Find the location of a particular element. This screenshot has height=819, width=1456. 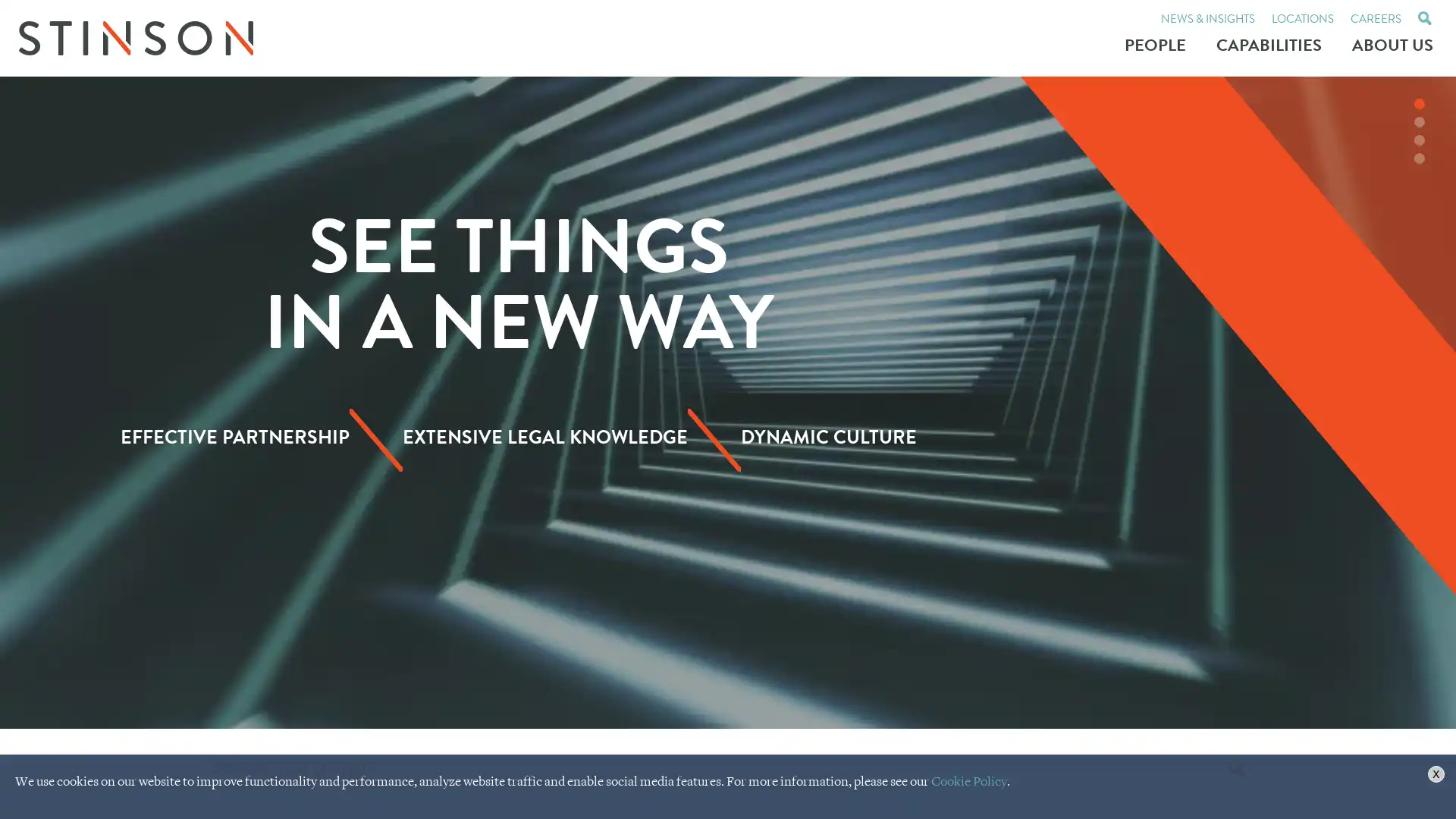

2 is located at coordinates (1419, 121).